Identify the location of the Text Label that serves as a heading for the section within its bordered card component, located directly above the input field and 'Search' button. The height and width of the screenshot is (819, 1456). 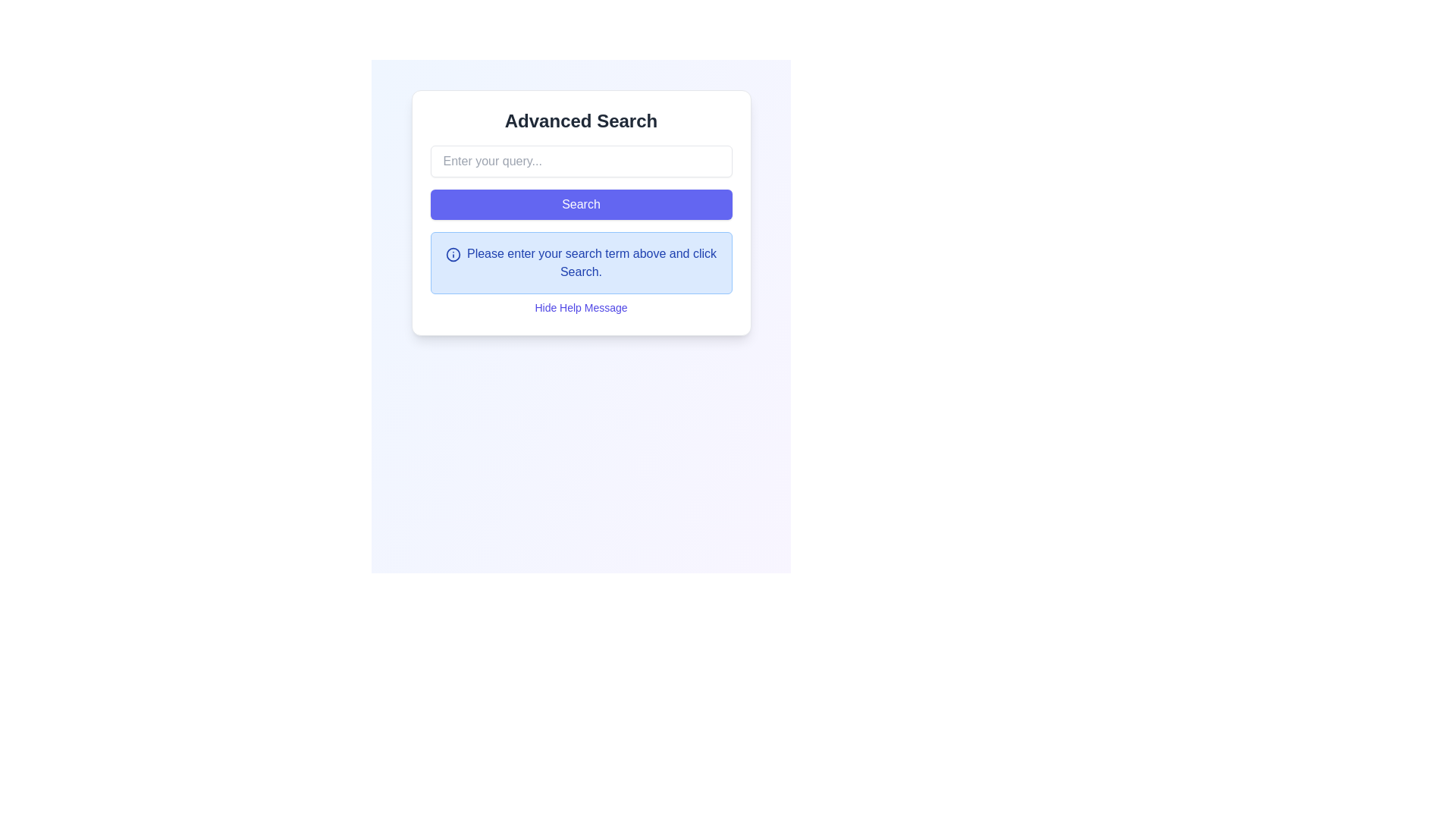
(580, 120).